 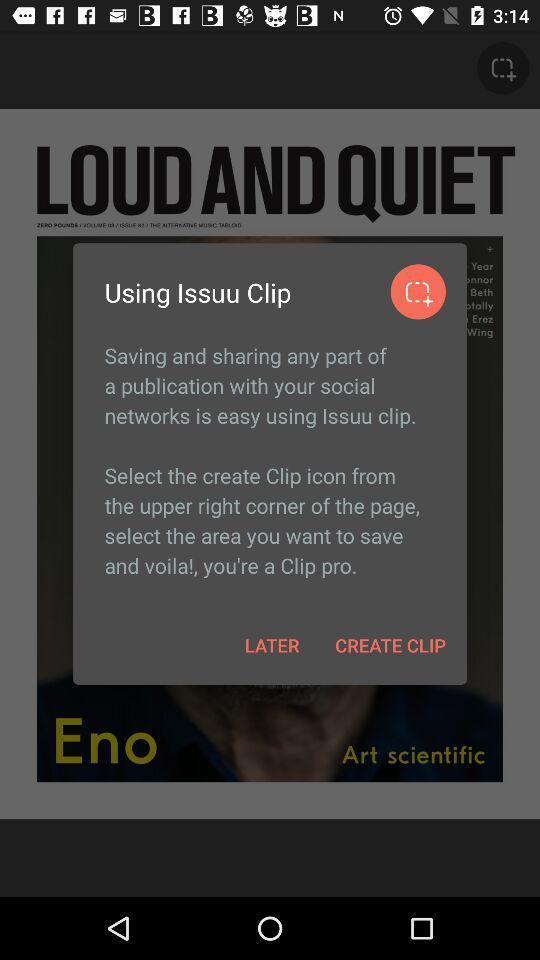 What do you see at coordinates (271, 644) in the screenshot?
I see `later` at bounding box center [271, 644].